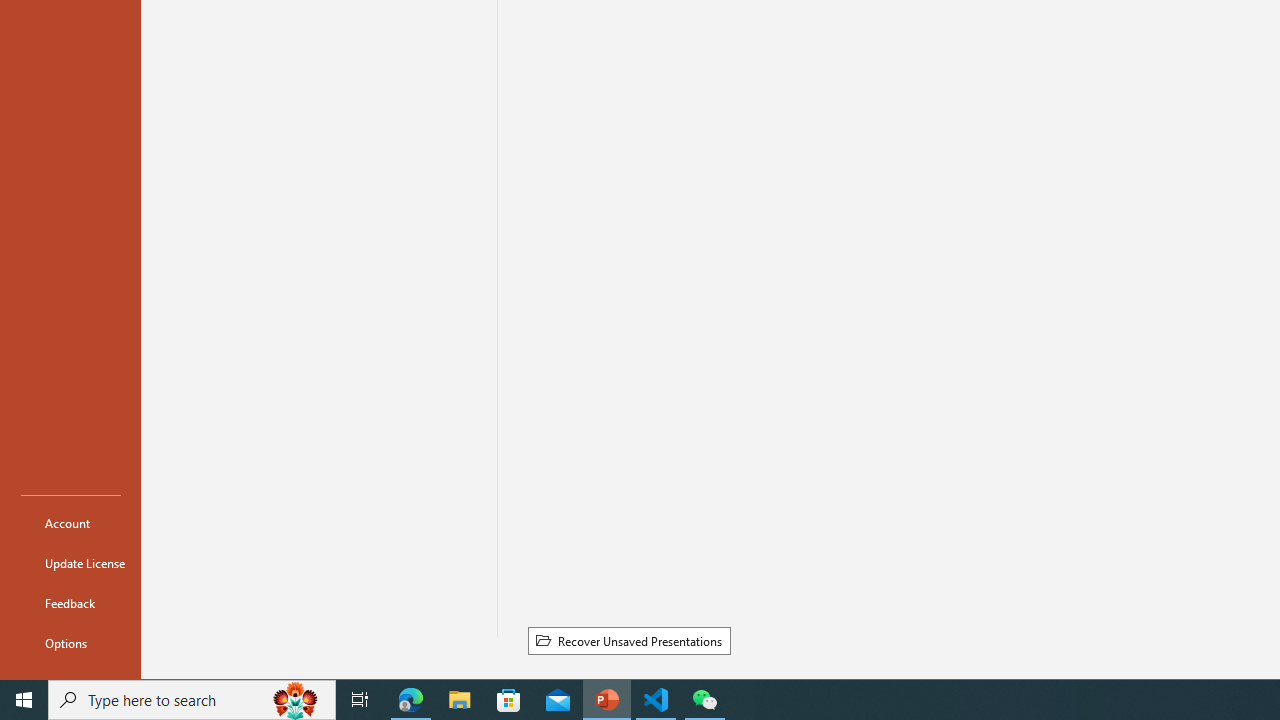 This screenshot has height=720, width=1280. I want to click on 'Recover Unsaved Presentations', so click(628, 641).